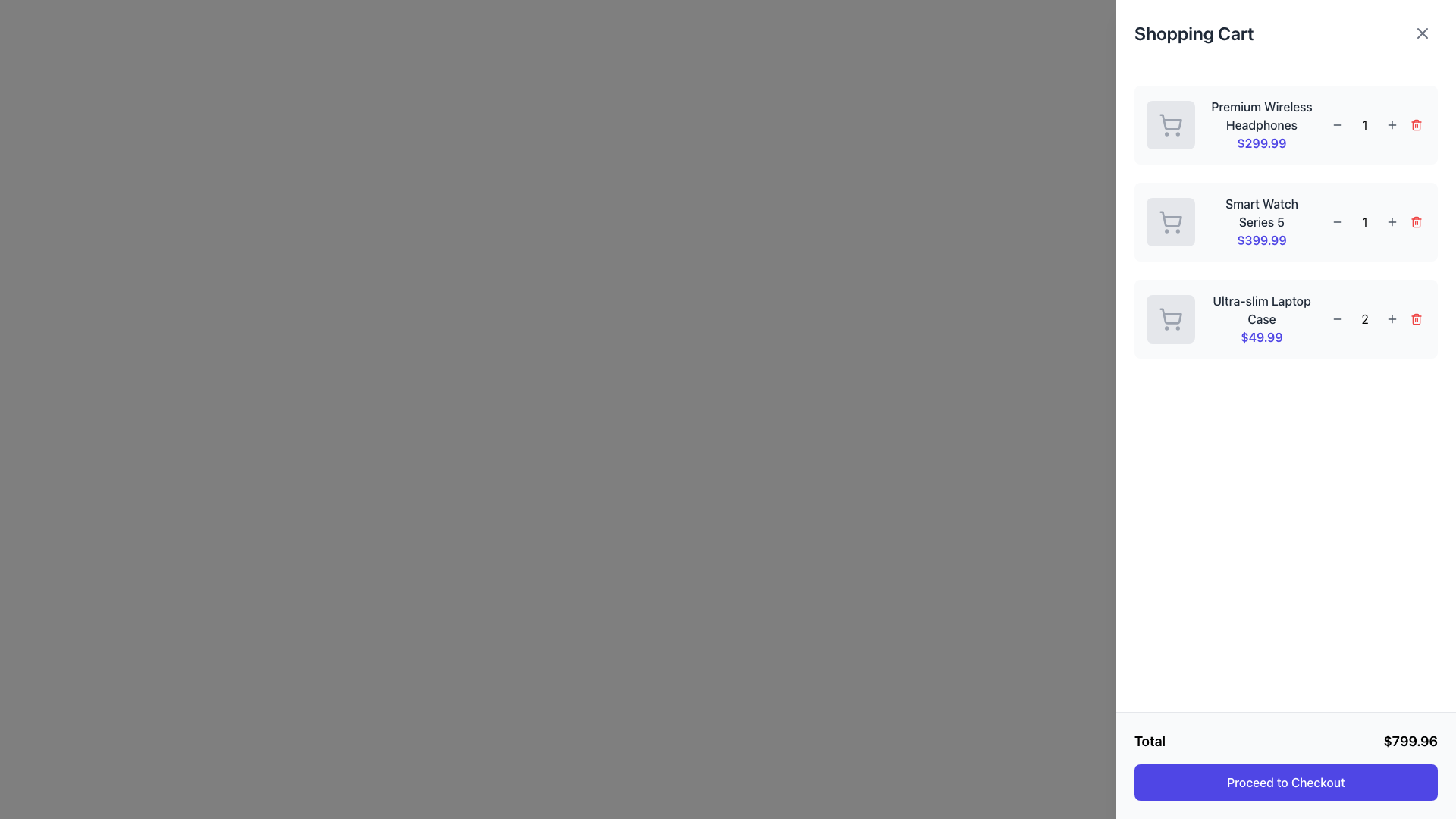  Describe the element at coordinates (1392, 222) in the screenshot. I see `the button to increase the quantity of the 'Smart Watch Series 5' item in the shopping cart, located to the right of the quantity indicator` at that location.